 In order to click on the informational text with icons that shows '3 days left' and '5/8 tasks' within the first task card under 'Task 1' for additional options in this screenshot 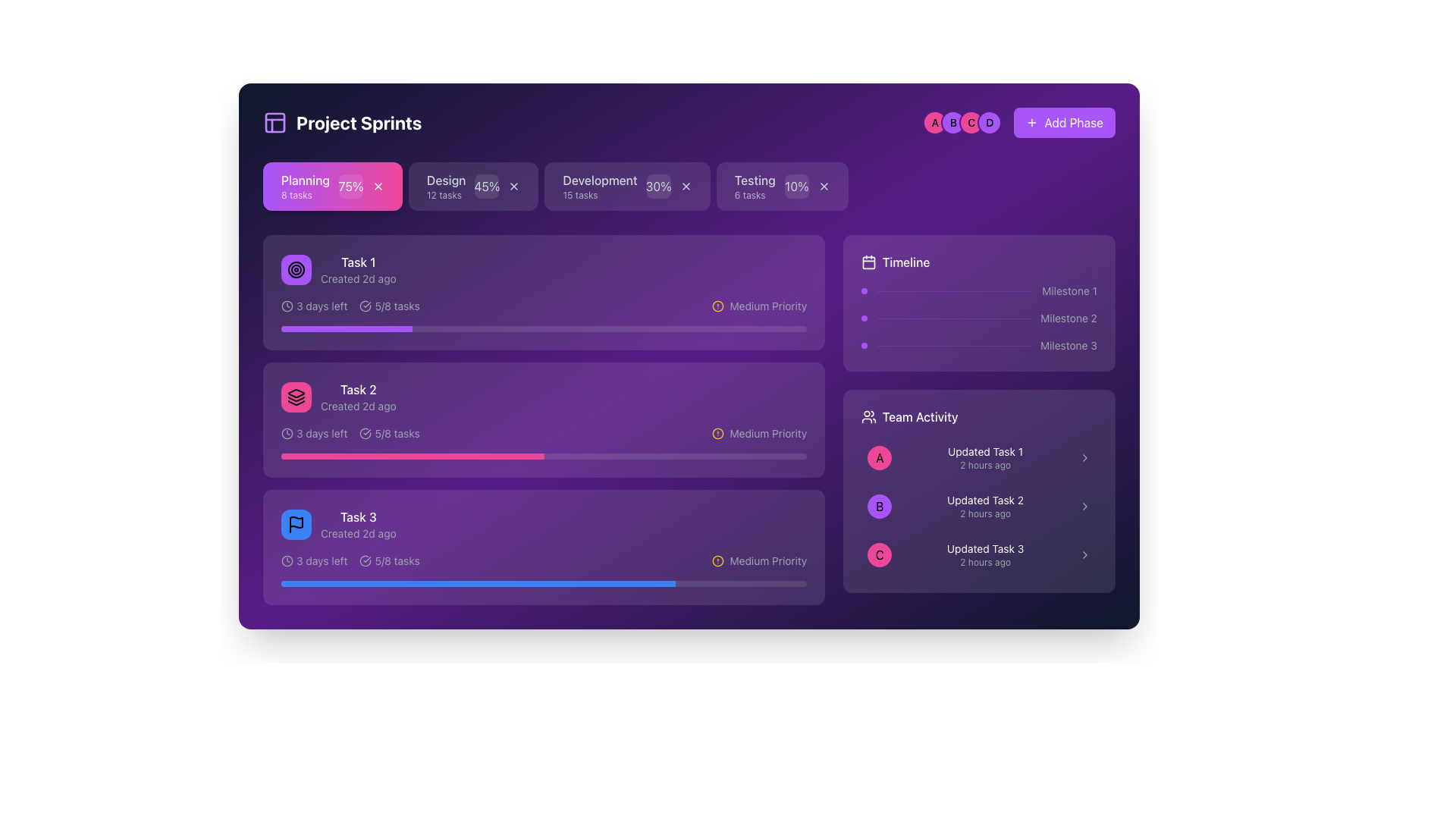, I will do `click(350, 306)`.